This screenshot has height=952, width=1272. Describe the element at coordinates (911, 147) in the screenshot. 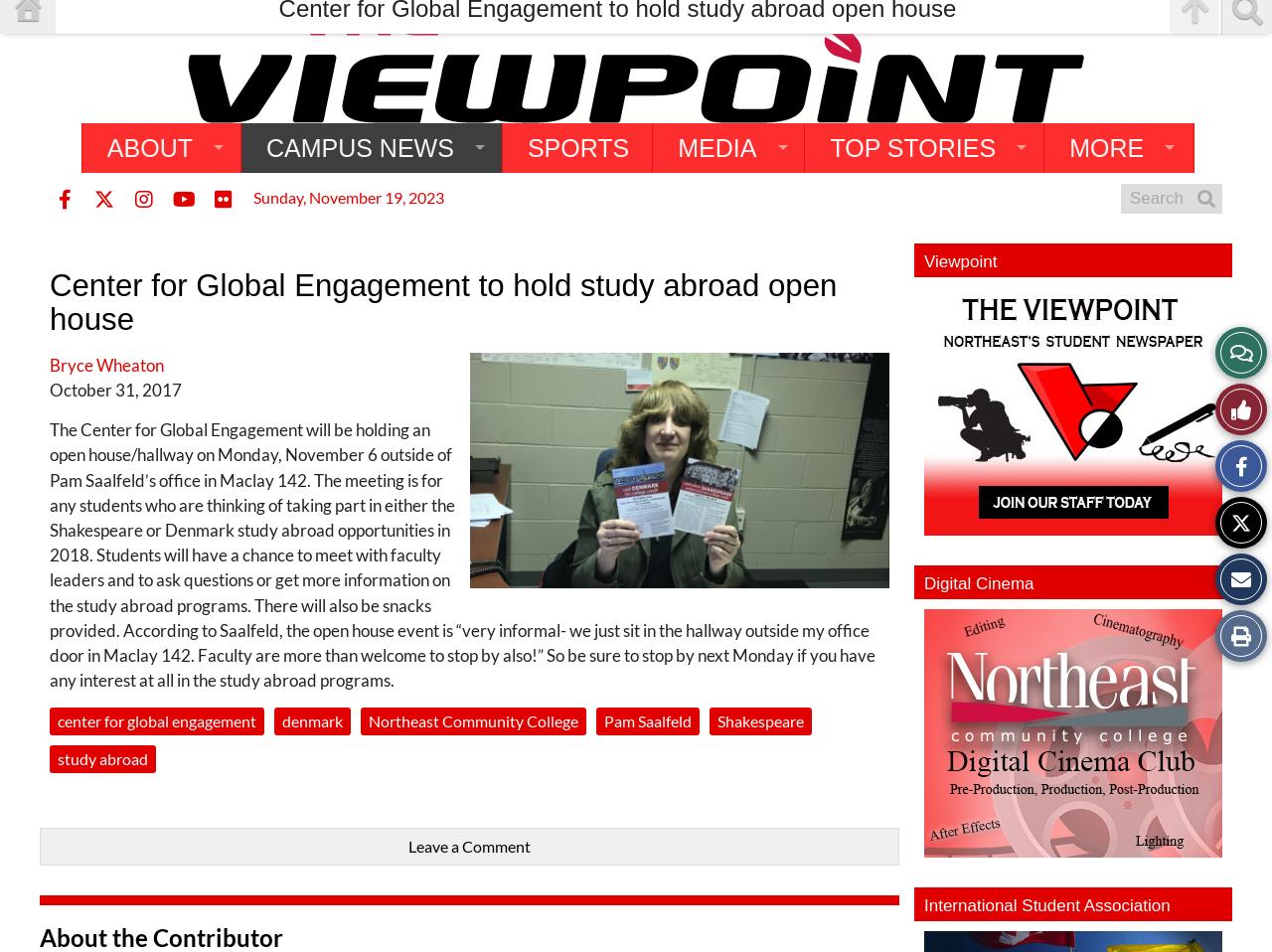

I see `'Top Stories'` at that location.